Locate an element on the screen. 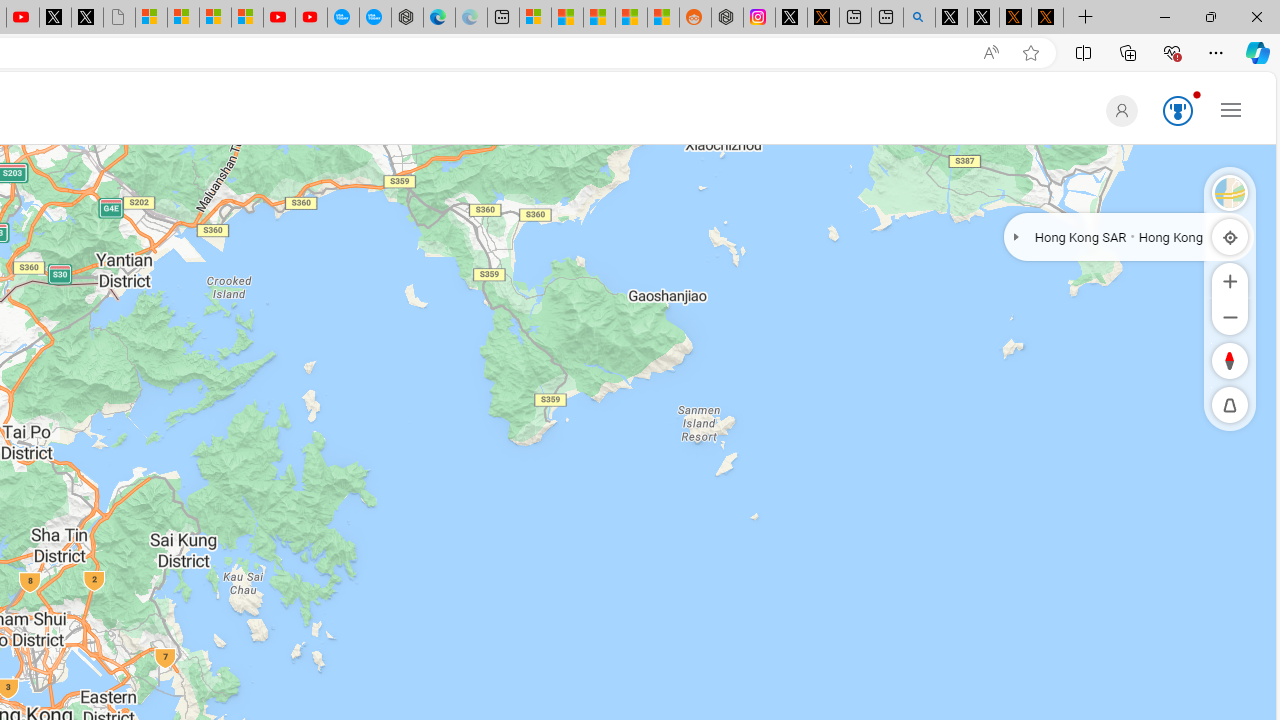  'Eugene' is located at coordinates (1117, 110).